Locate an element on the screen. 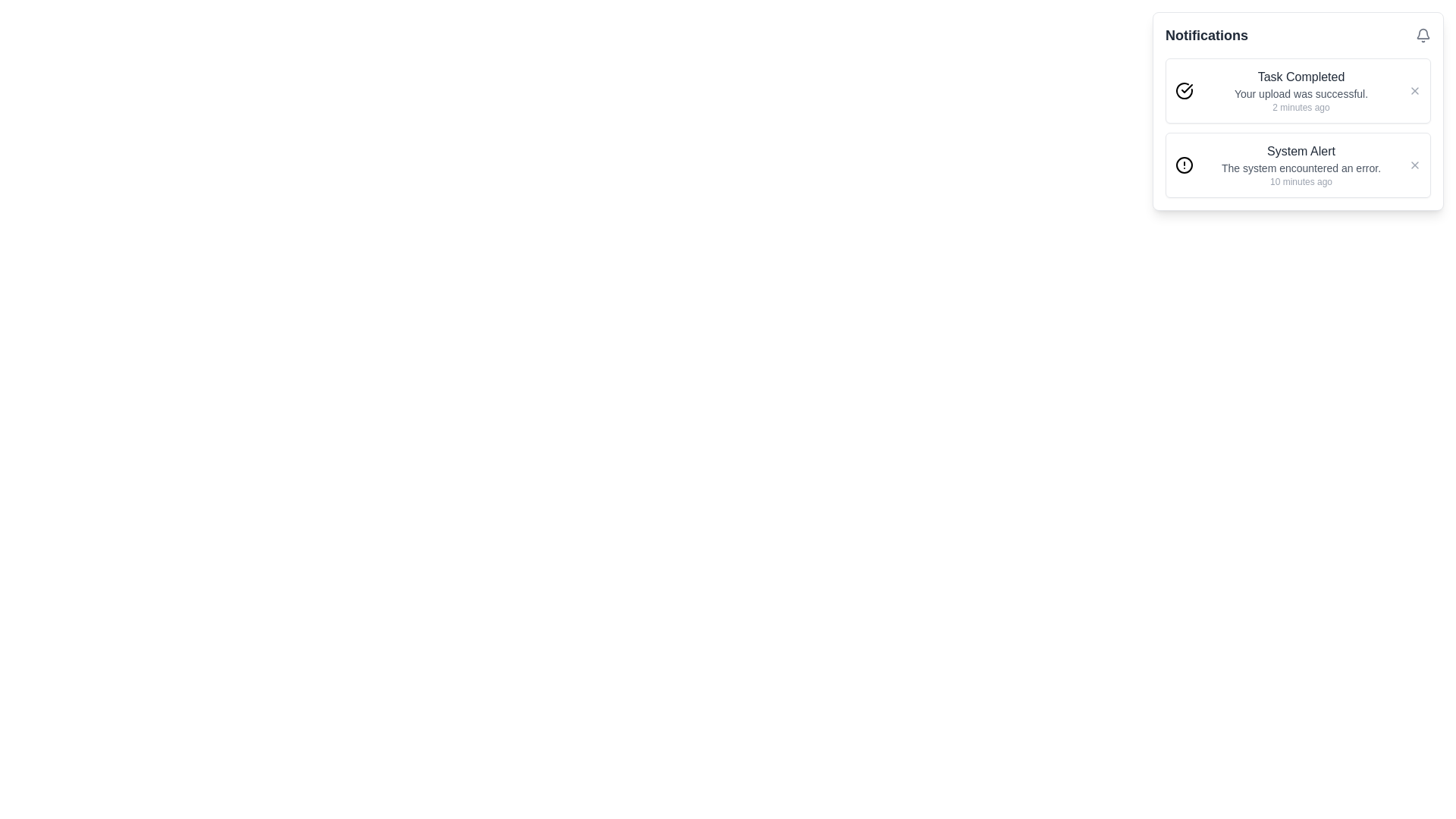  the multi-line text block titled 'System Alert', which states 'The system encountered an error.' and includes the timestamp '10 minutes ago' is located at coordinates (1301, 165).